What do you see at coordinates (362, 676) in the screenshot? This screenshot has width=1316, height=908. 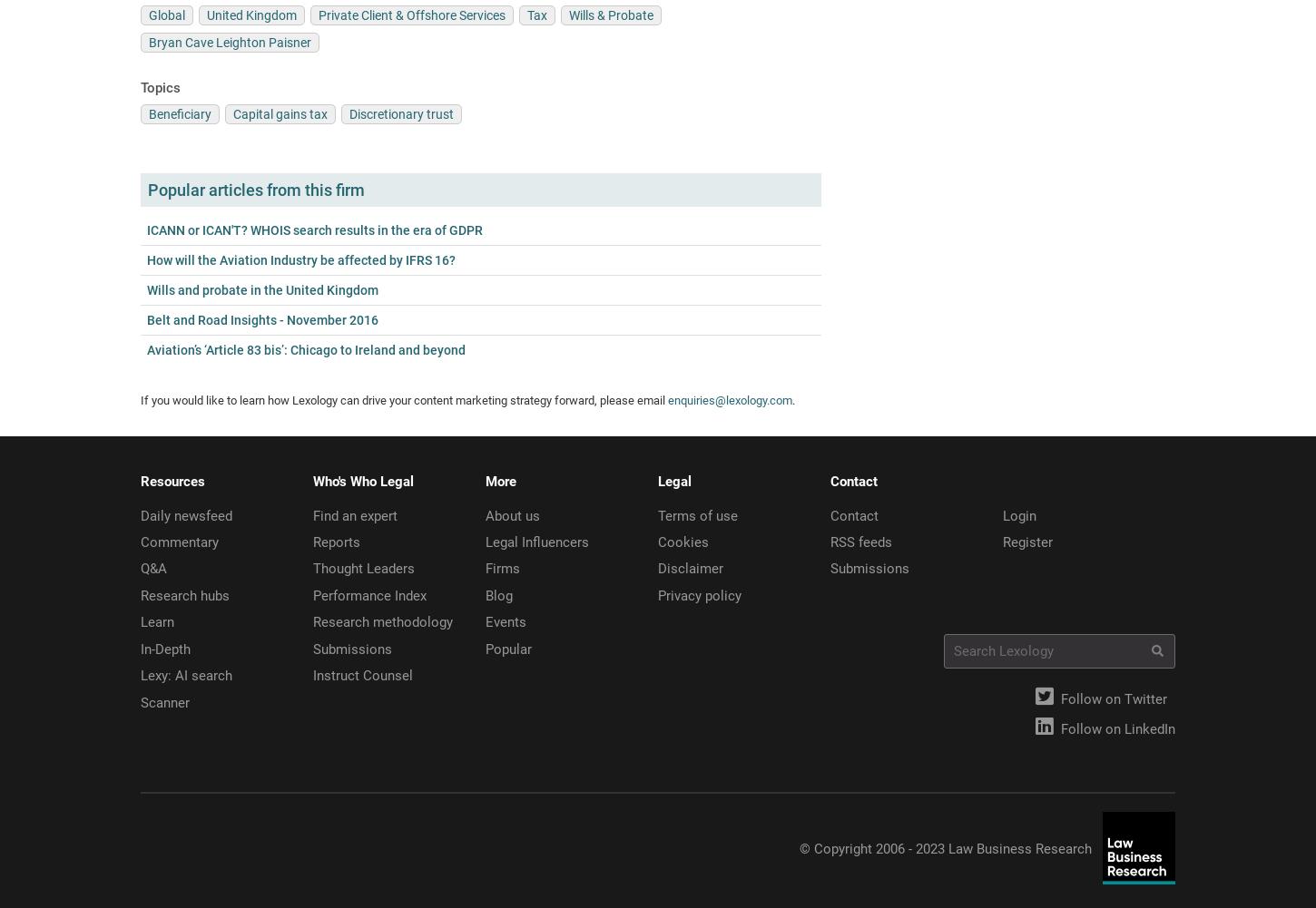 I see `'Instruct Counsel'` at bounding box center [362, 676].